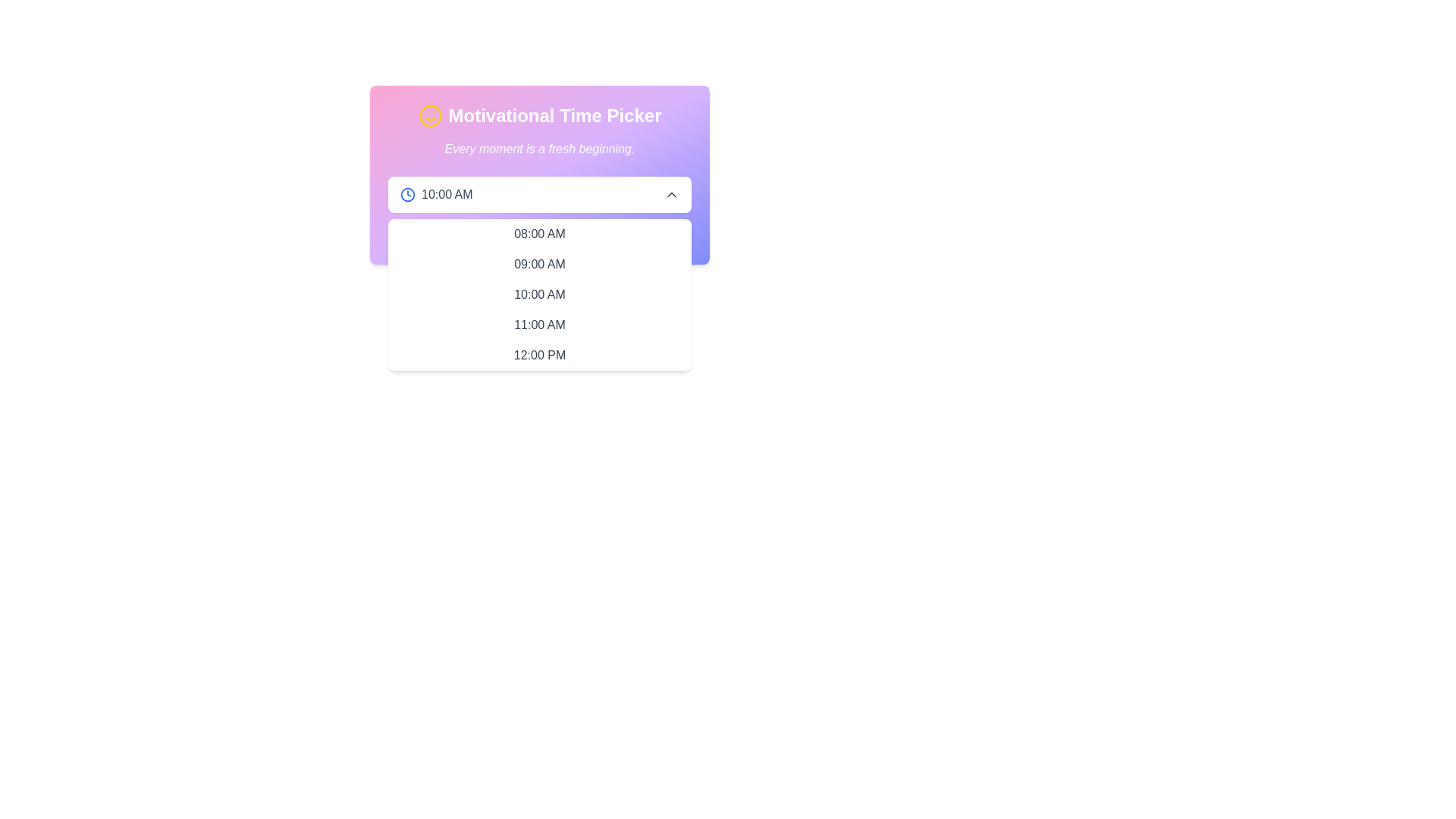  What do you see at coordinates (407, 194) in the screenshot?
I see `the time selection icon located at the start of the time input field adjacent to '10:00 AM' to provide visual guidance` at bounding box center [407, 194].